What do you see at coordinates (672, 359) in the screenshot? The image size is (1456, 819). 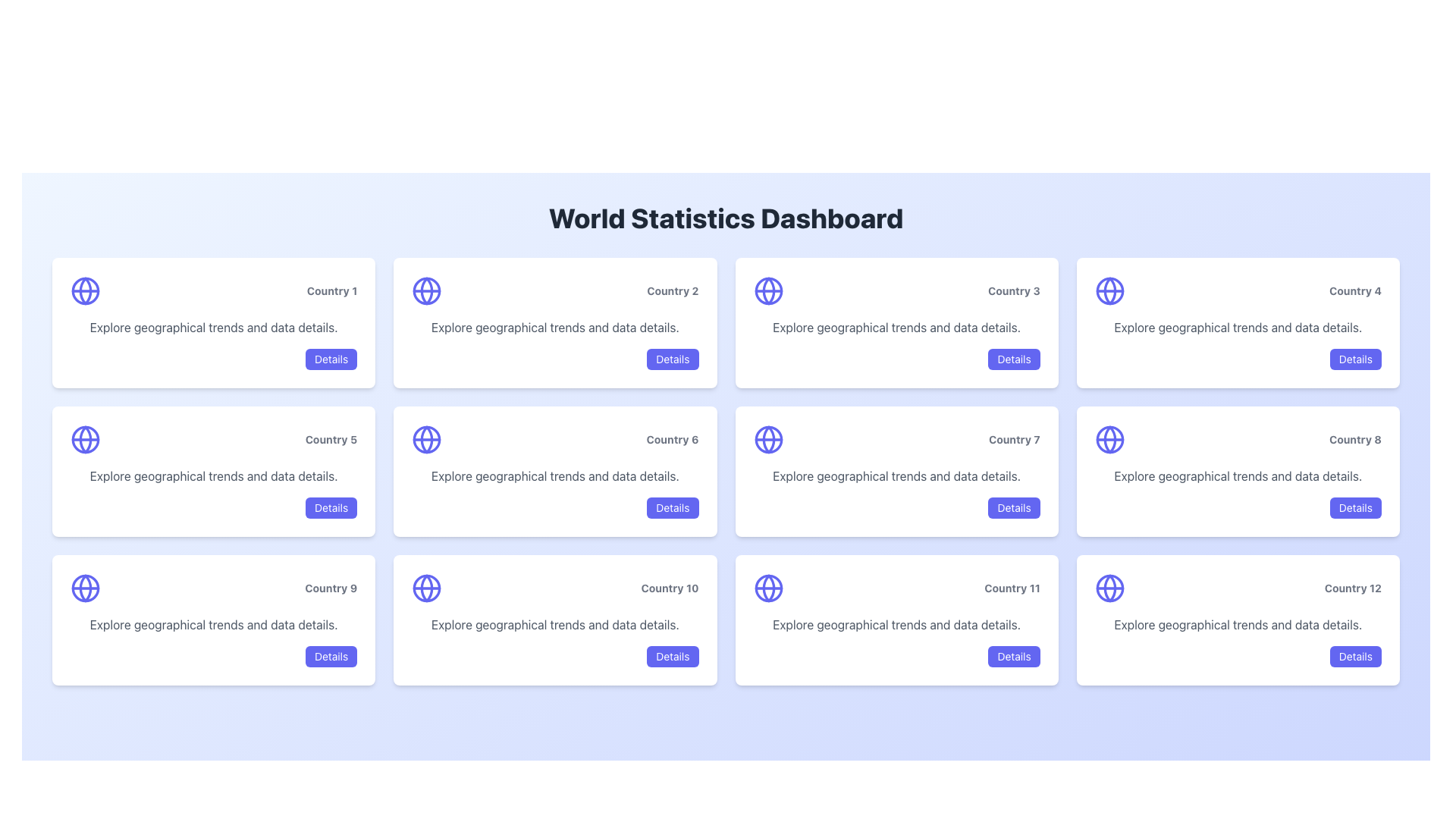 I see `the 'Details' button located in the bottom-right corner of the second card under the 'World Statistics Dashboard' heading` at bounding box center [672, 359].